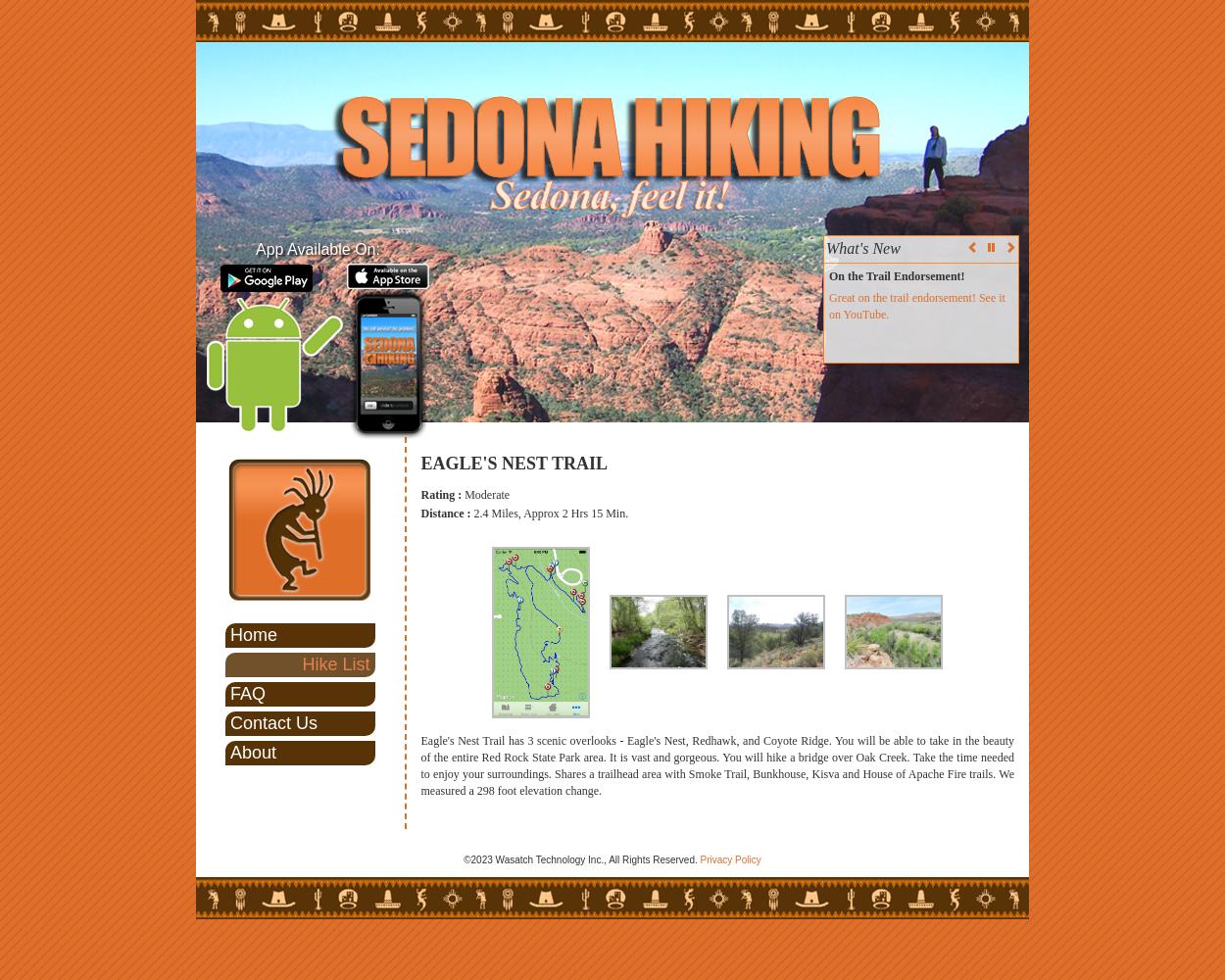 Image resolution: width=1225 pixels, height=980 pixels. What do you see at coordinates (254, 635) in the screenshot?
I see `'Home'` at bounding box center [254, 635].